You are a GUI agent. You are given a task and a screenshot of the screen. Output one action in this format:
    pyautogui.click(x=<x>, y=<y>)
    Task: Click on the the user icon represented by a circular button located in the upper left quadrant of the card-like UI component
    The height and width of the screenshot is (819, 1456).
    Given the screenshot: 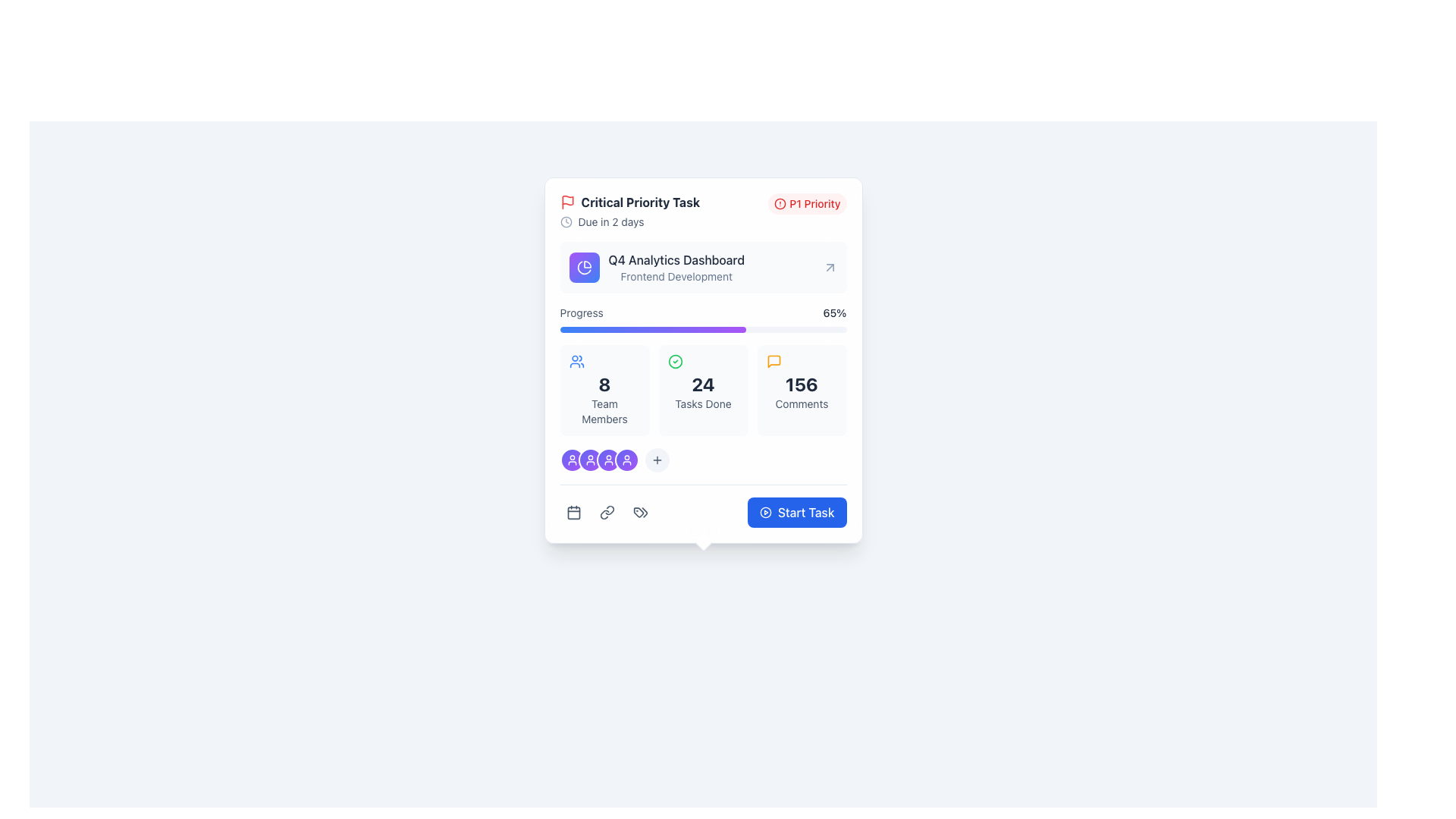 What is the action you would take?
    pyautogui.click(x=571, y=459)
    